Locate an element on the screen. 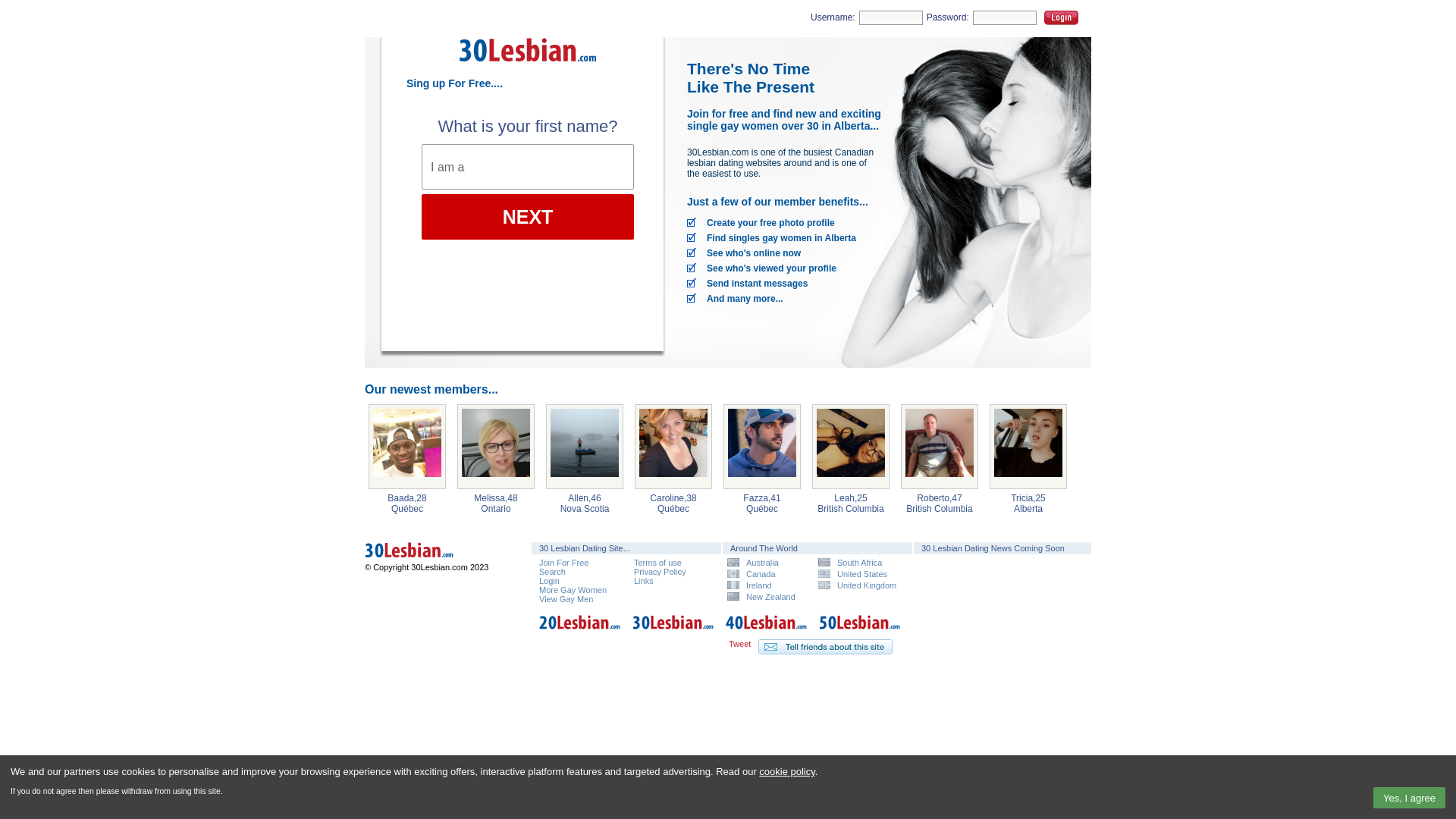  'United States' is located at coordinates (817, 573).